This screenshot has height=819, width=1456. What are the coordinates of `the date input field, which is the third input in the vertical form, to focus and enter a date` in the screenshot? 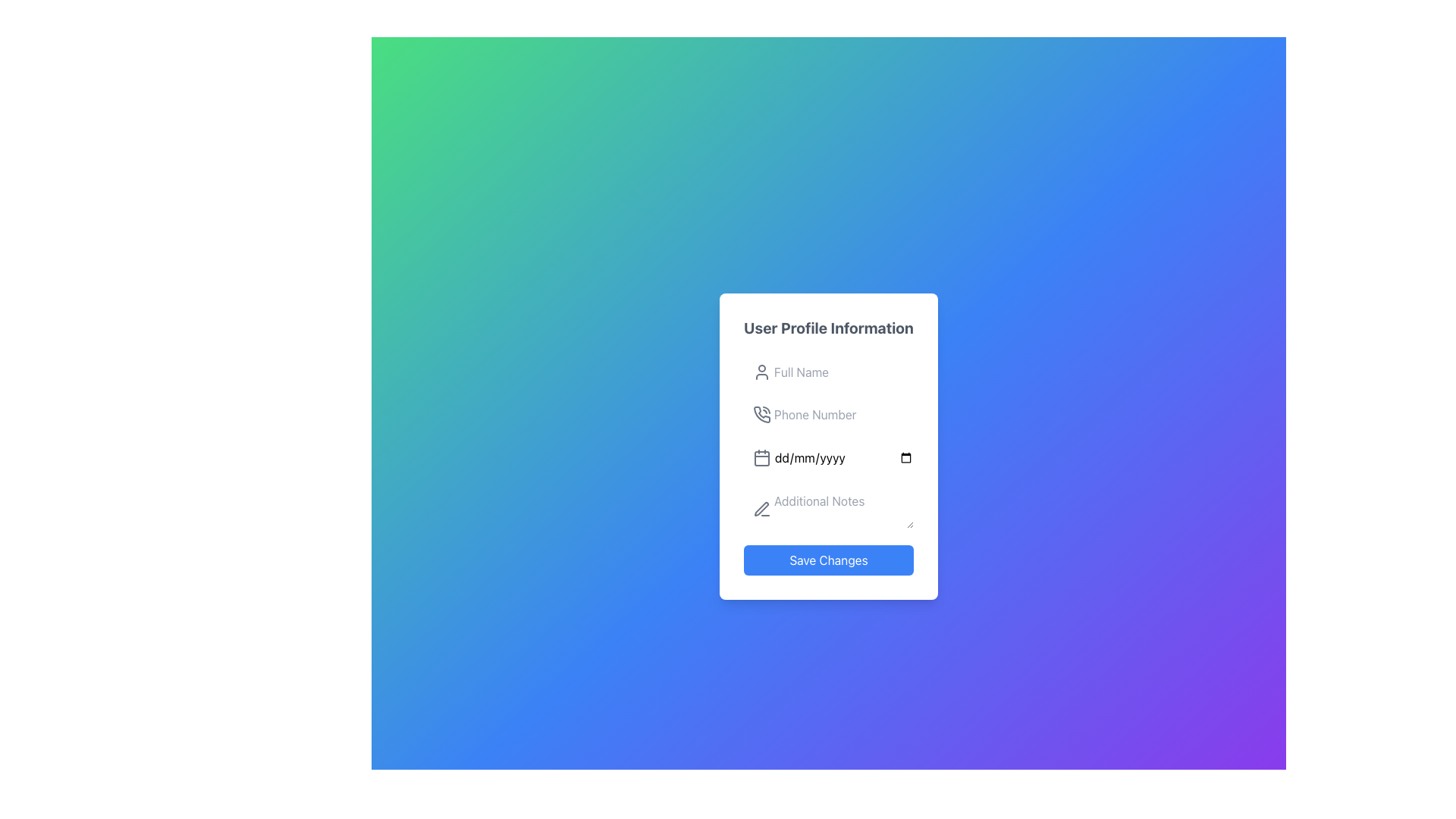 It's located at (828, 457).